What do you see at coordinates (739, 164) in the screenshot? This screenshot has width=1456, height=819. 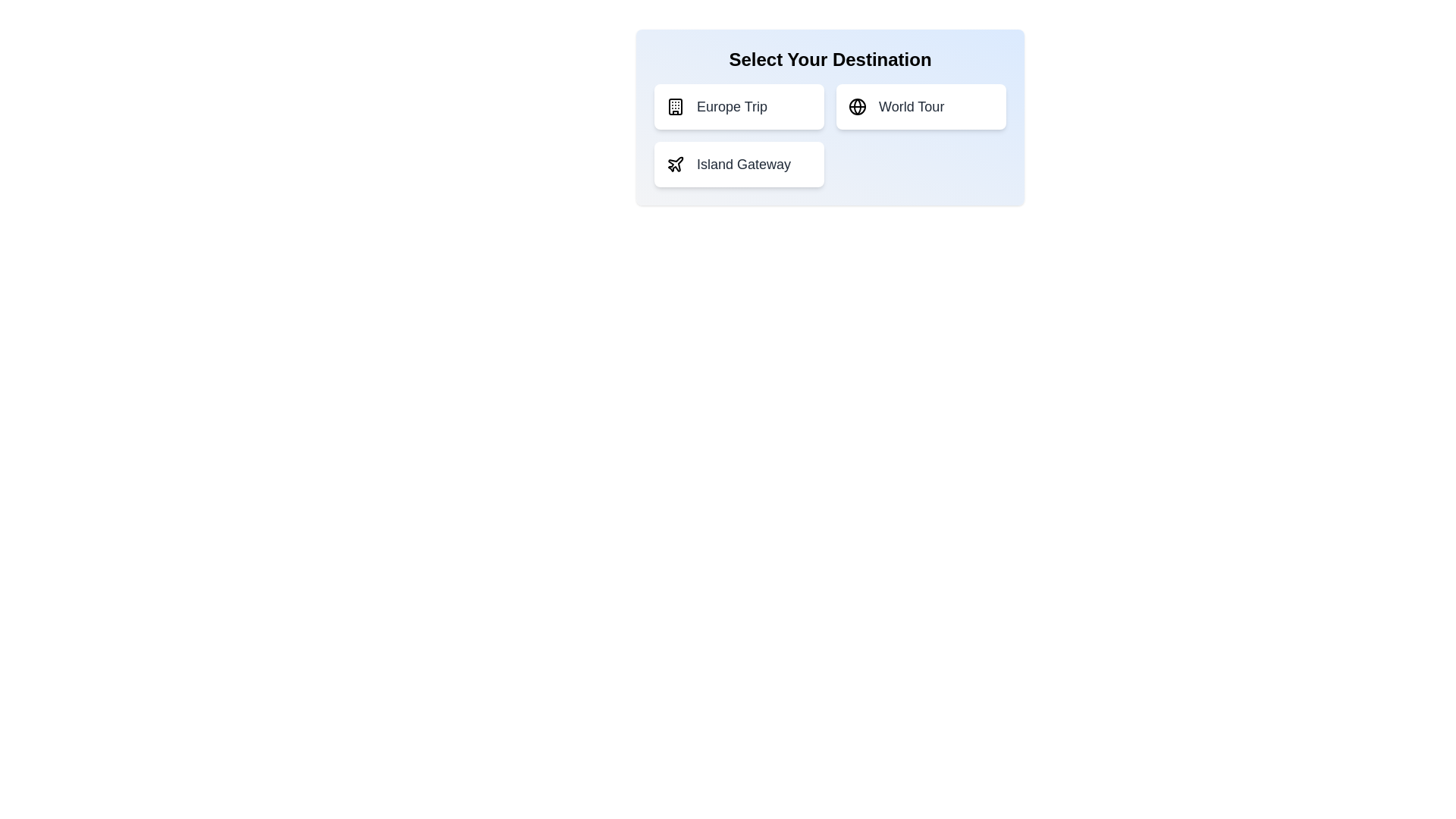 I see `the destination option Island Gateway` at bounding box center [739, 164].